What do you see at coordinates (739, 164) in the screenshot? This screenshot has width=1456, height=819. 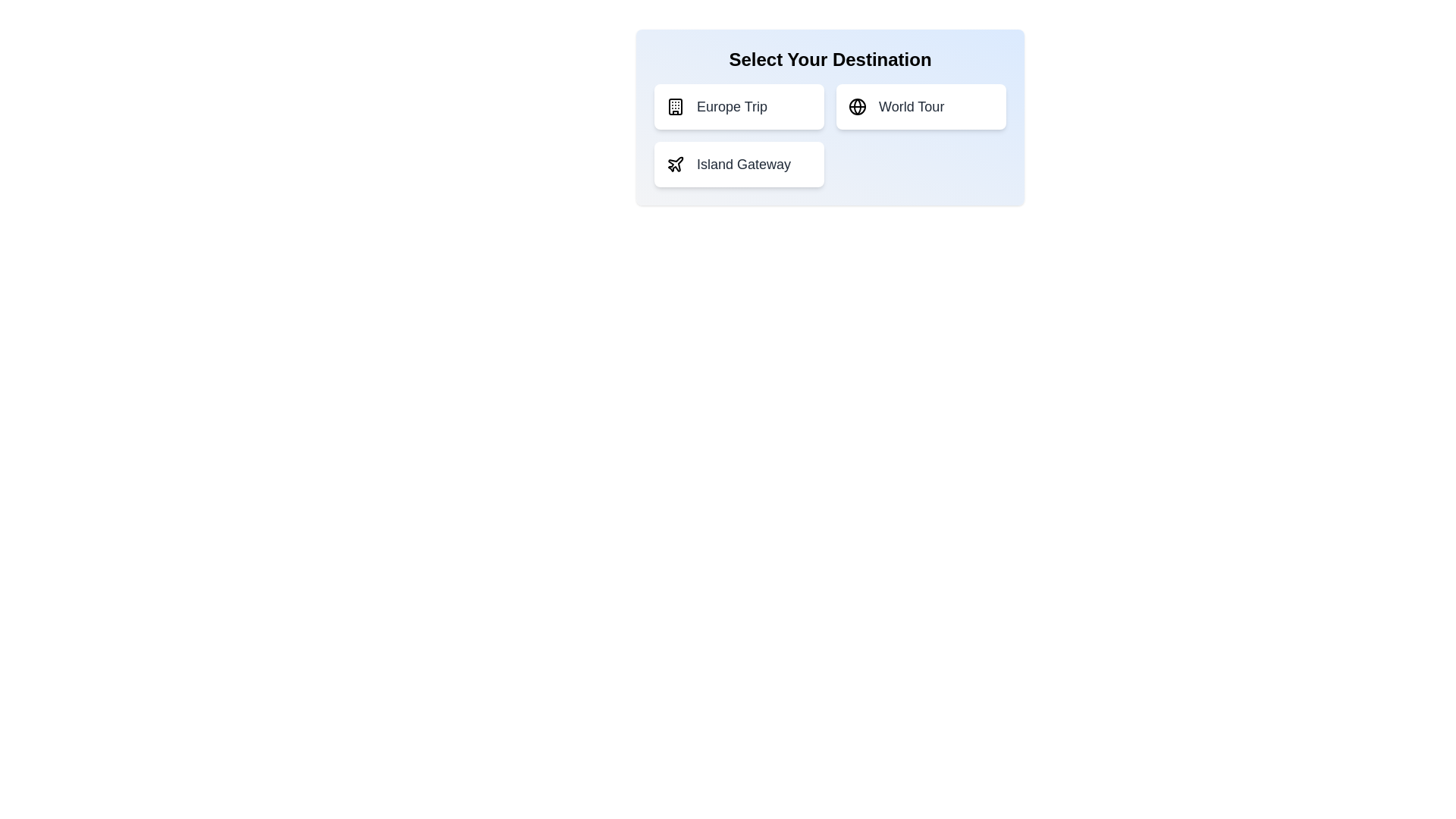 I see `the destination option Island Gateway` at bounding box center [739, 164].